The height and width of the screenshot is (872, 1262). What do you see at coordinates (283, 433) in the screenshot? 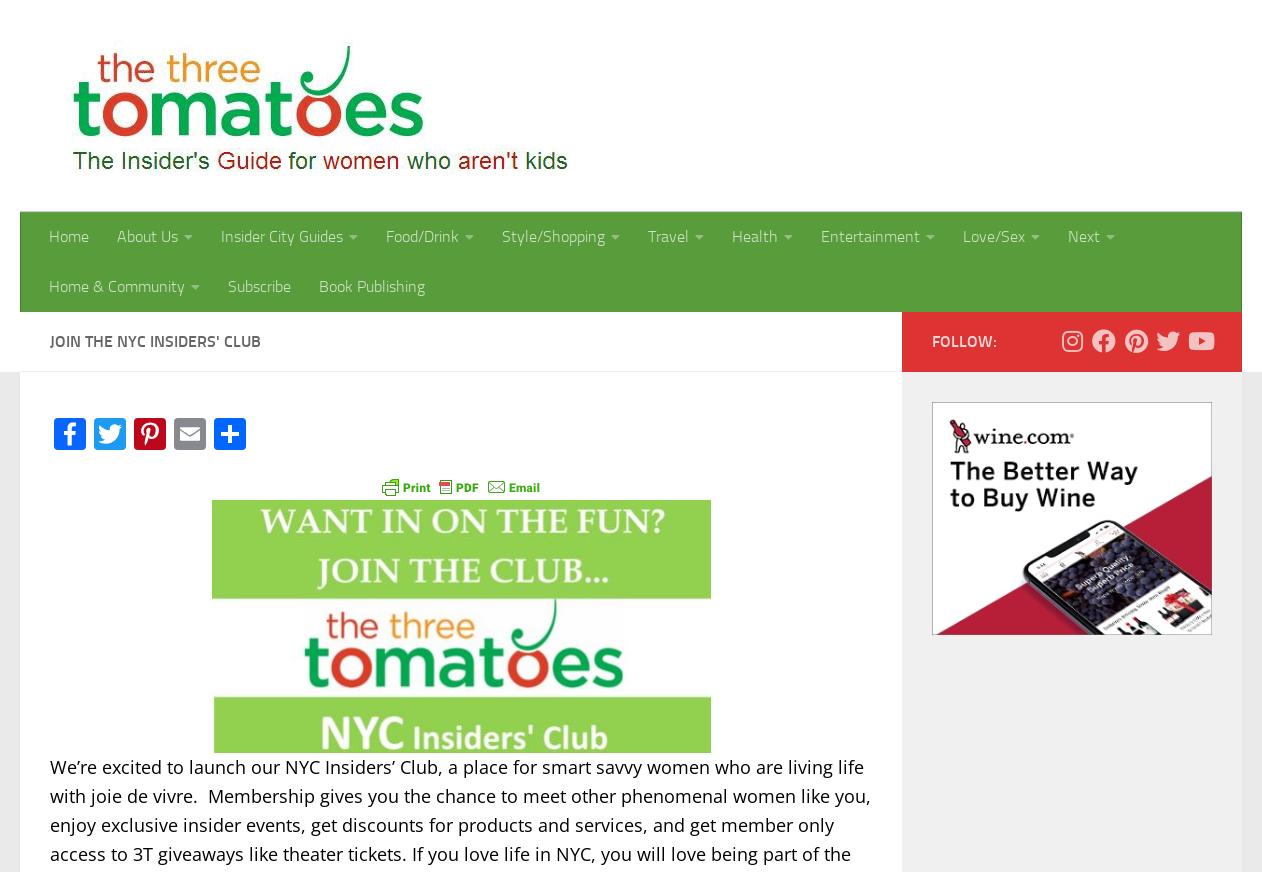
I see `'Share'` at bounding box center [283, 433].